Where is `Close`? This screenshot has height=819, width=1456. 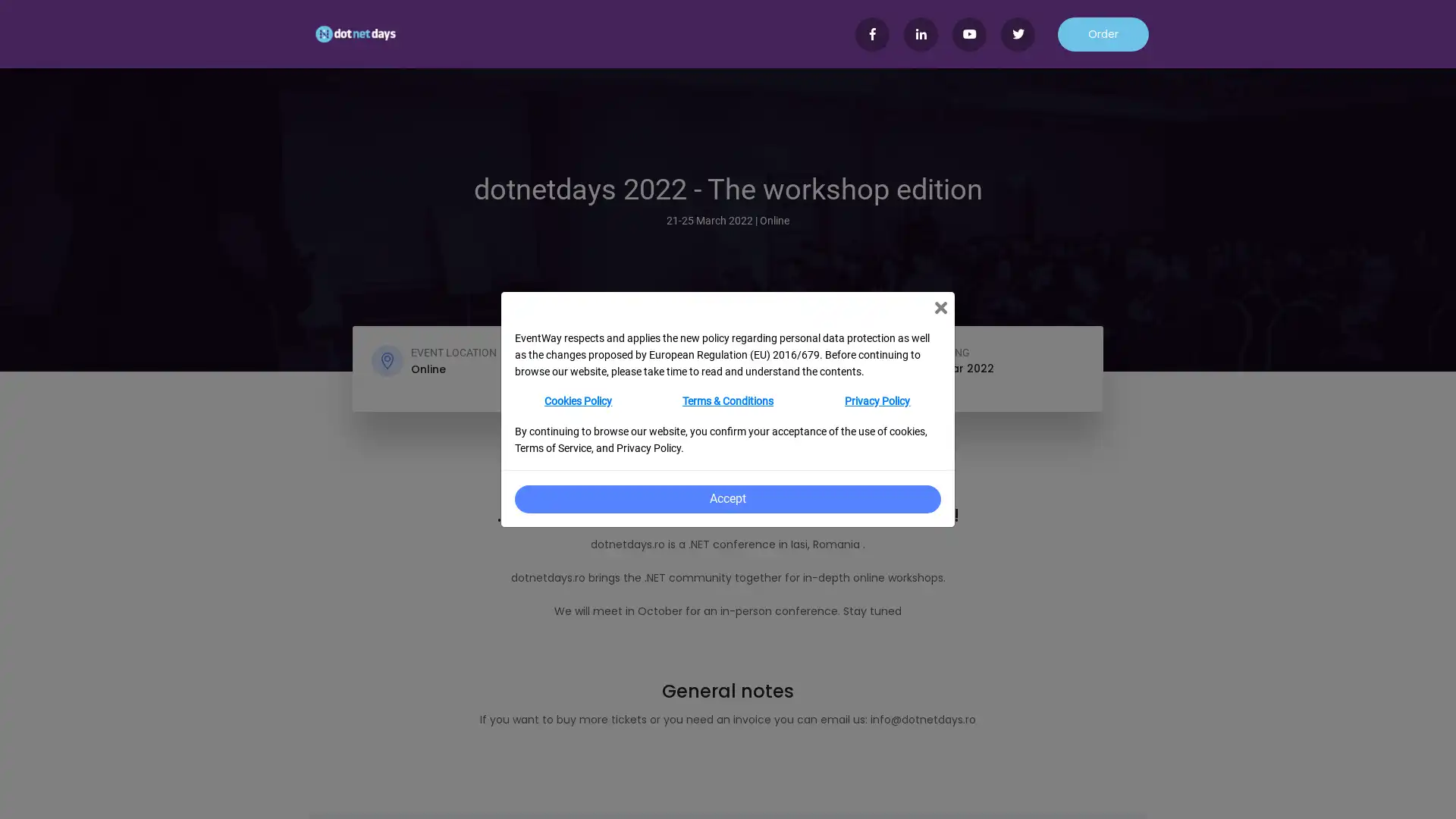
Close is located at coordinates (940, 307).